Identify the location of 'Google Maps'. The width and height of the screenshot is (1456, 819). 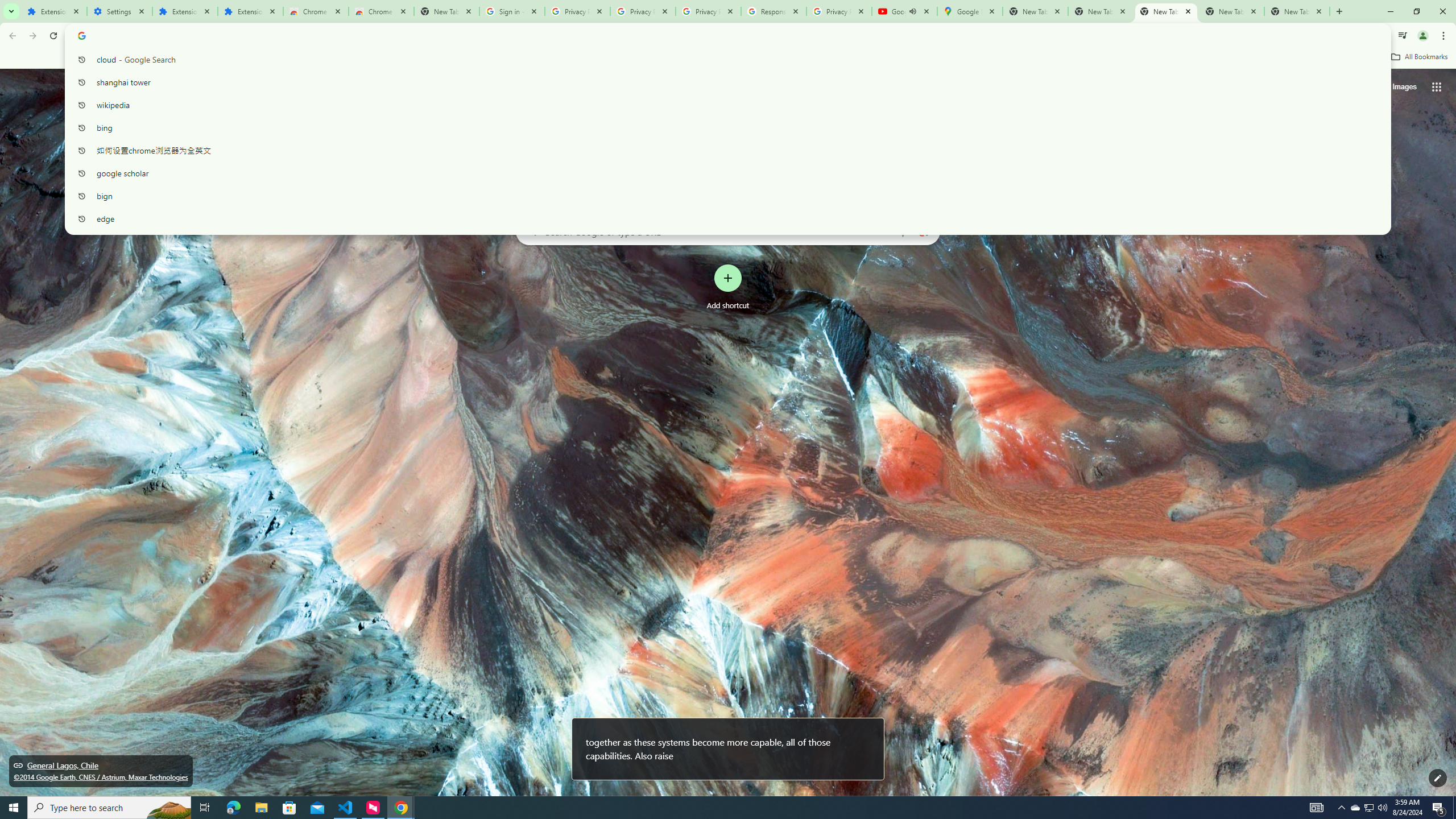
(969, 11).